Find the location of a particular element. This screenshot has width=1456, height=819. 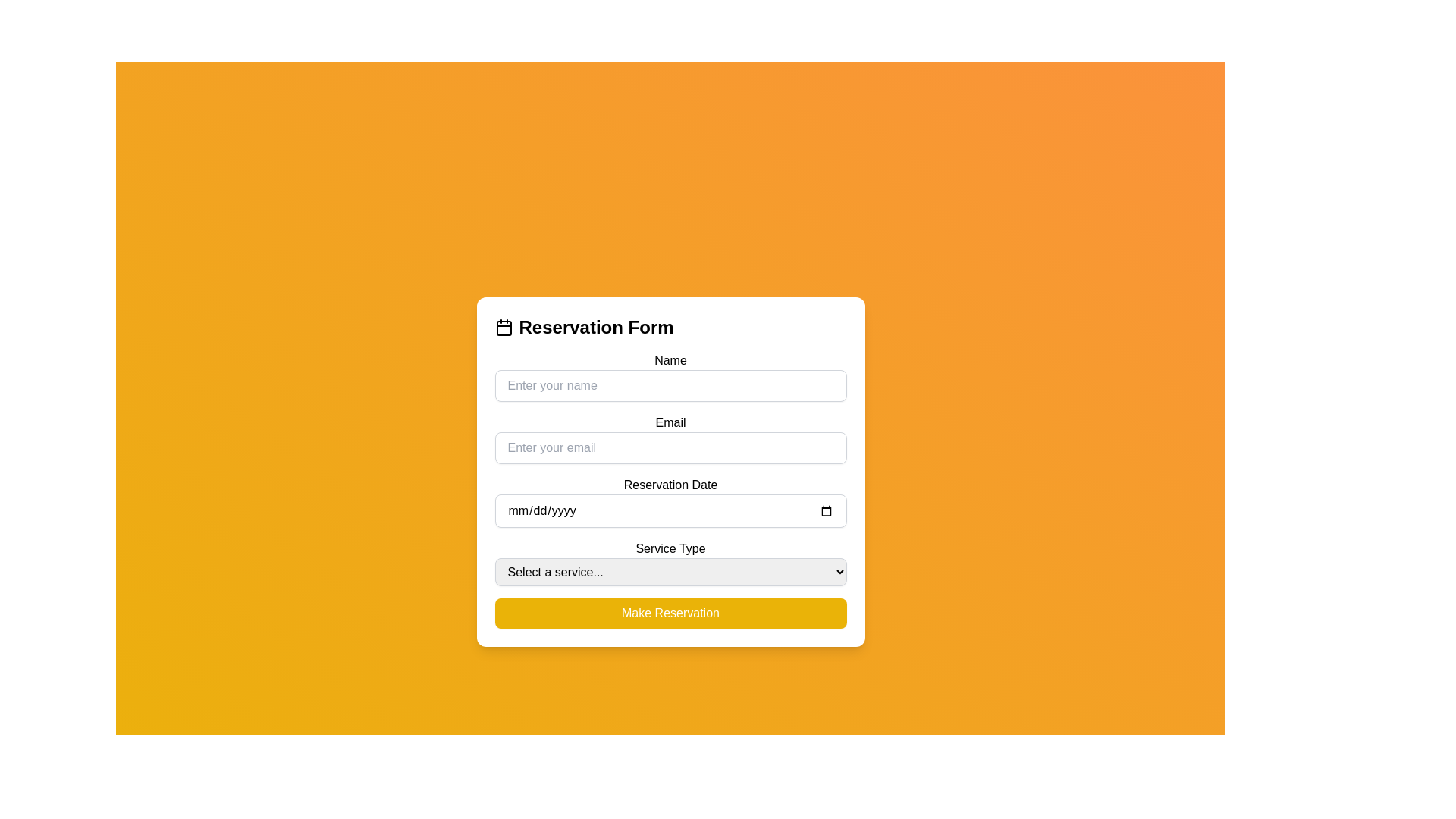

the 'Email' input field, which has the placeholder 'Enter your email' is located at coordinates (670, 438).